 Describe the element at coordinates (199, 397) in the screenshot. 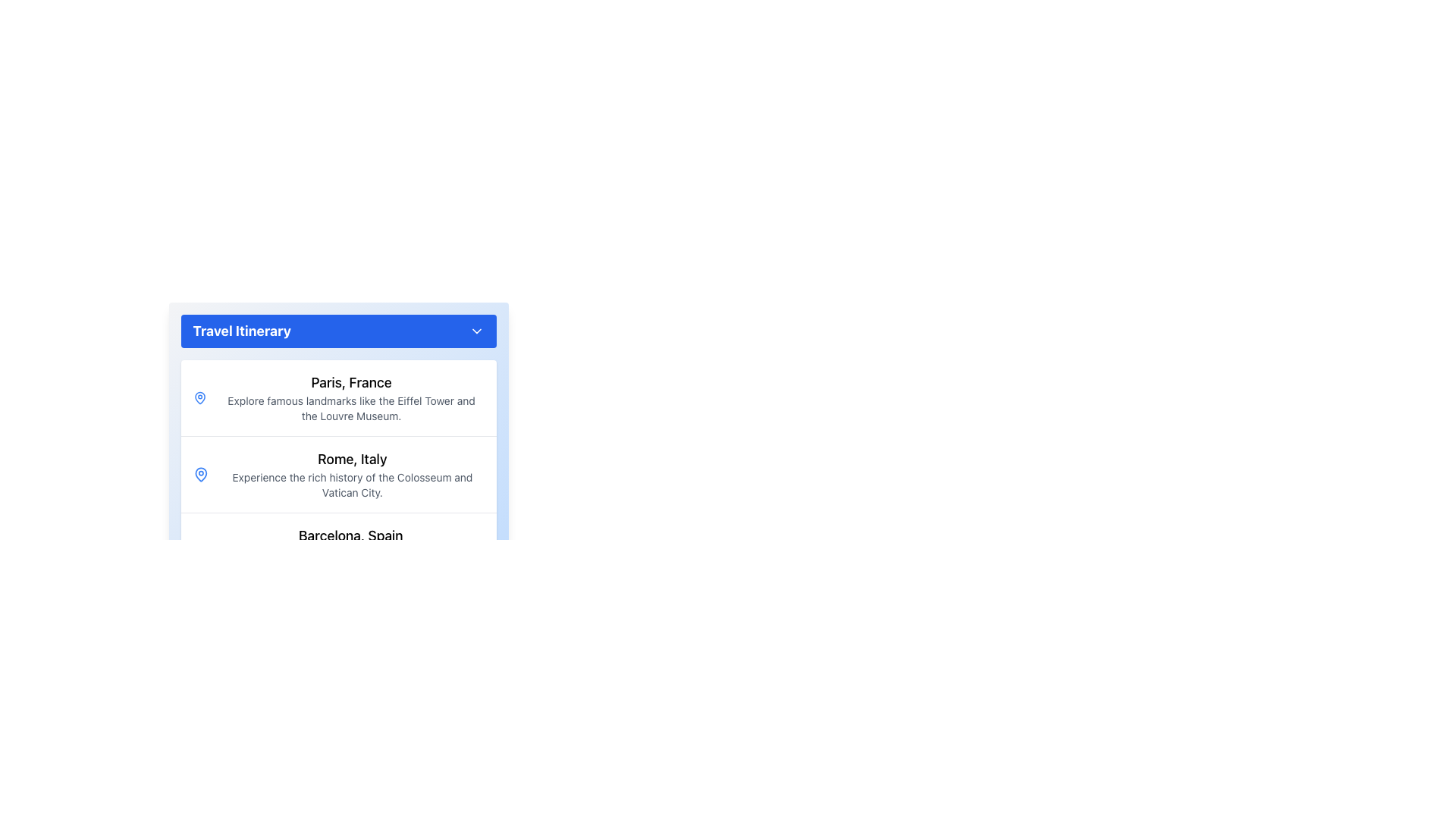

I see `the pin-shaped icon, which is light blue with a rounded base and pointed top, located` at that location.